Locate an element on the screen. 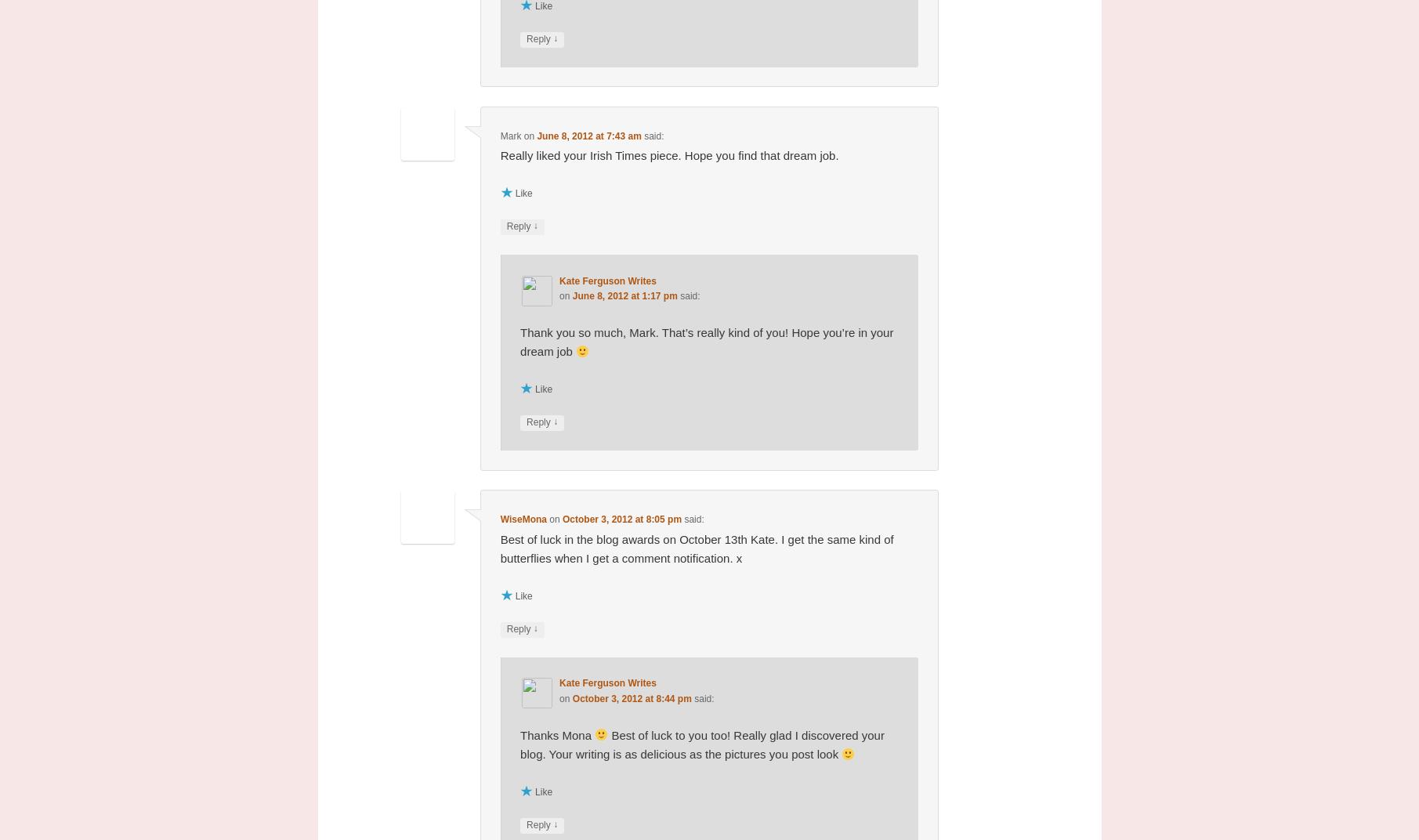 The height and width of the screenshot is (840, 1419). 'October 3, 2012 at 8:44 pm' is located at coordinates (632, 698).